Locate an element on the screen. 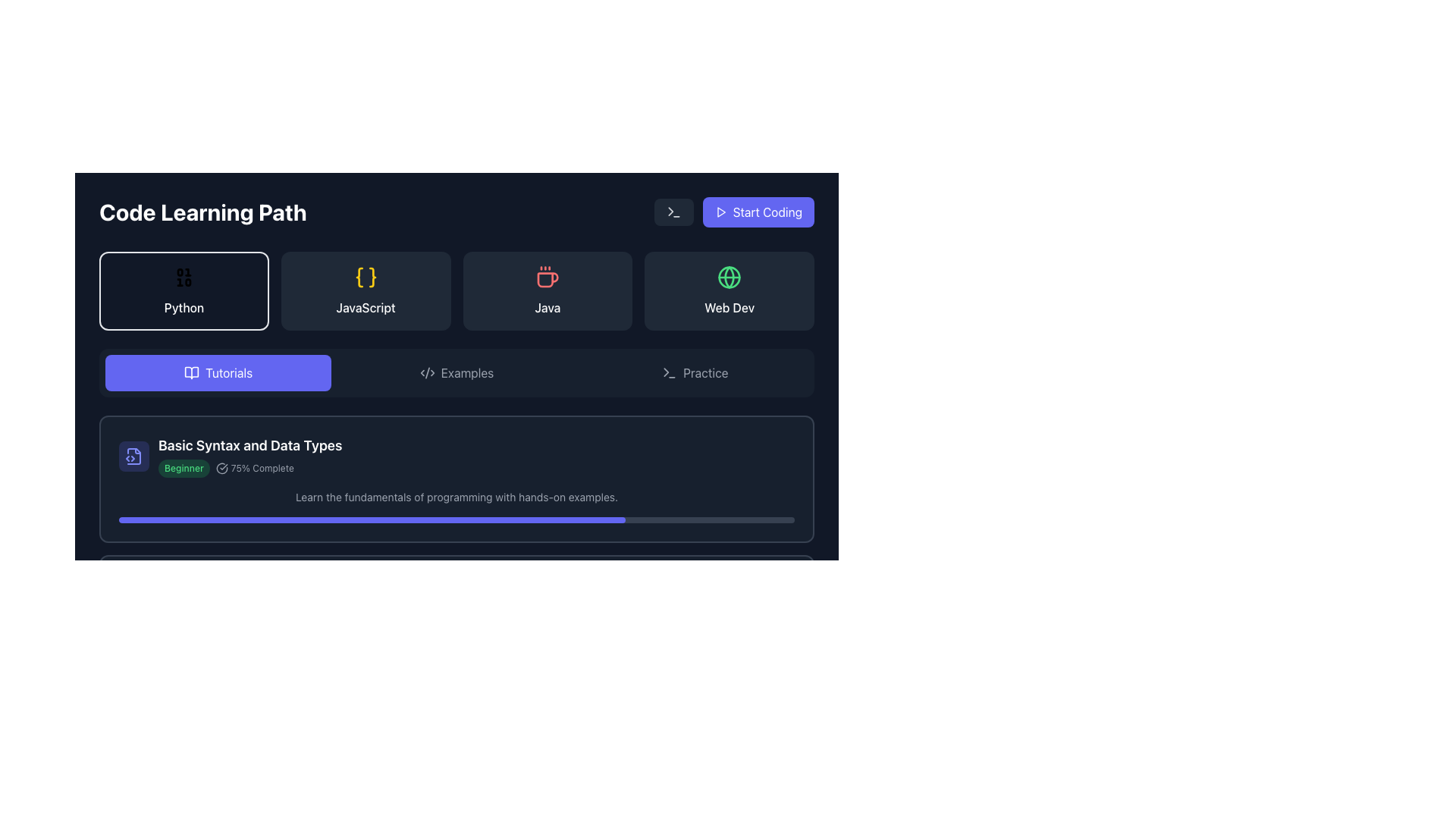 The height and width of the screenshot is (819, 1456). the green globe icon within the 'Web Dev' card, which features a grid-like pattern and is located in the top-right section of the interface is located at coordinates (730, 278).